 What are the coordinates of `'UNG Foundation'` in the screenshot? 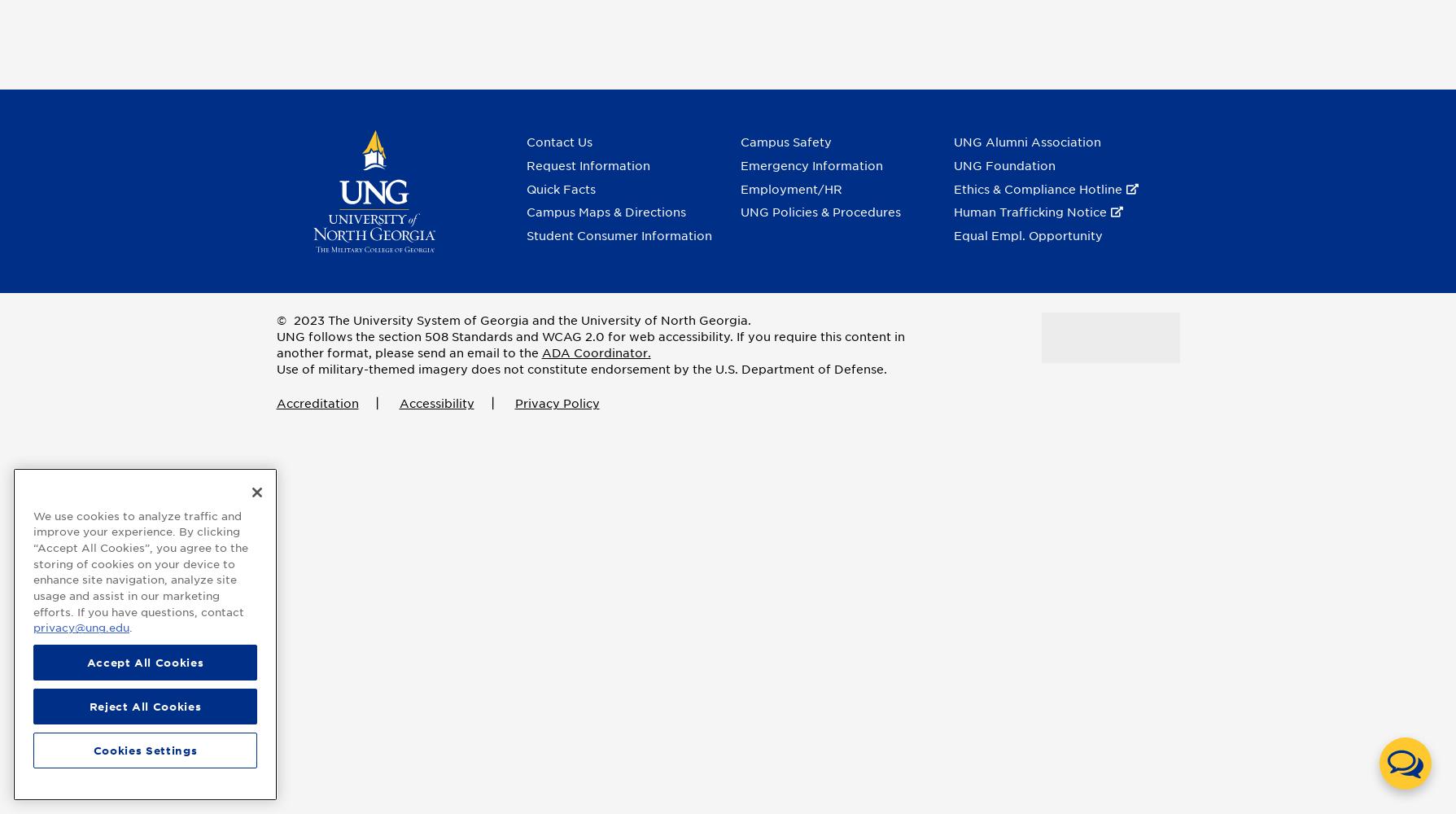 It's located at (1004, 164).